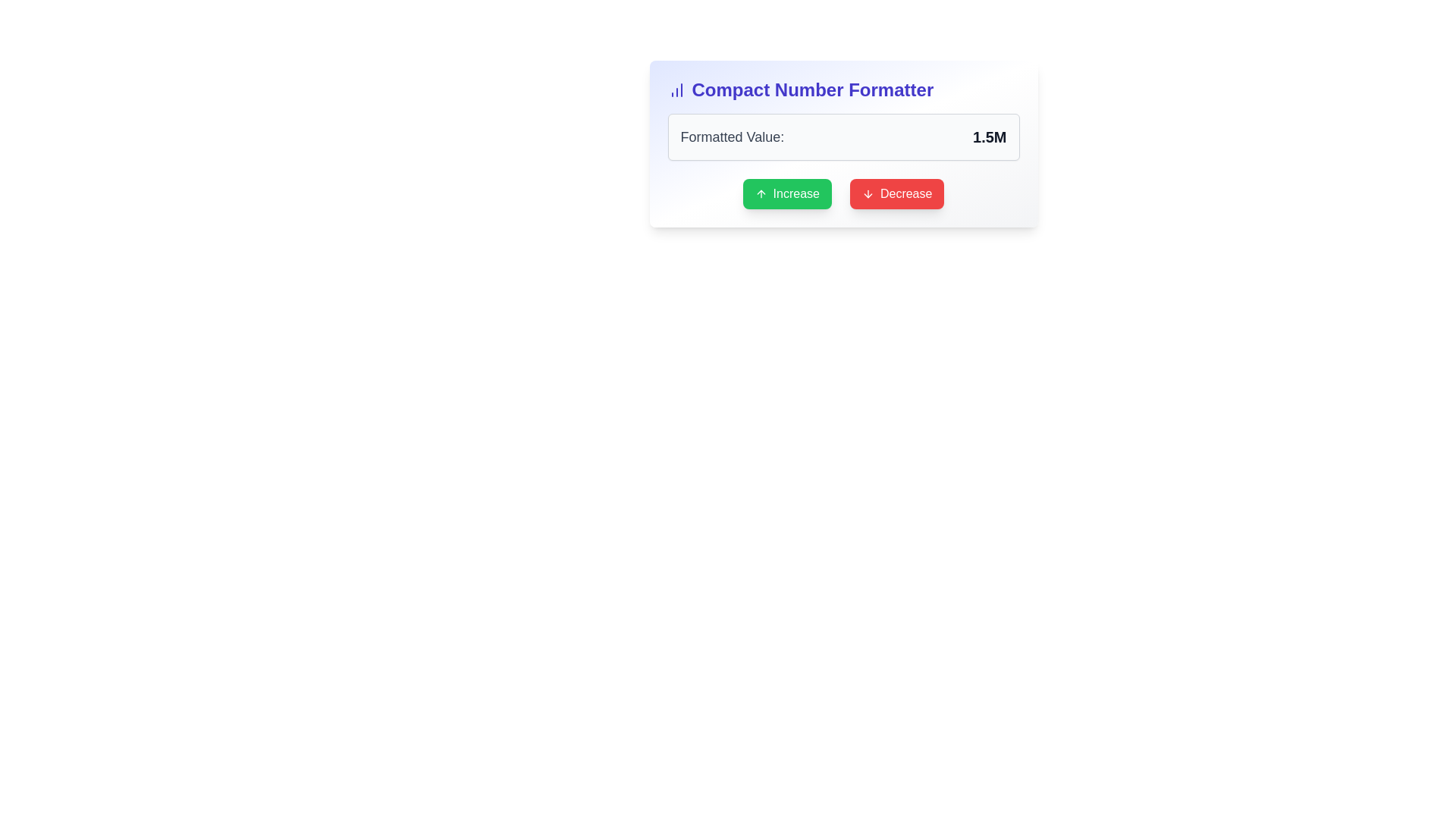 This screenshot has width=1456, height=819. Describe the element at coordinates (787, 193) in the screenshot. I see `the button that increases a value, located to the left of the red 'Decrease' button, which is centered below the 'Formatted Value' label` at that location.